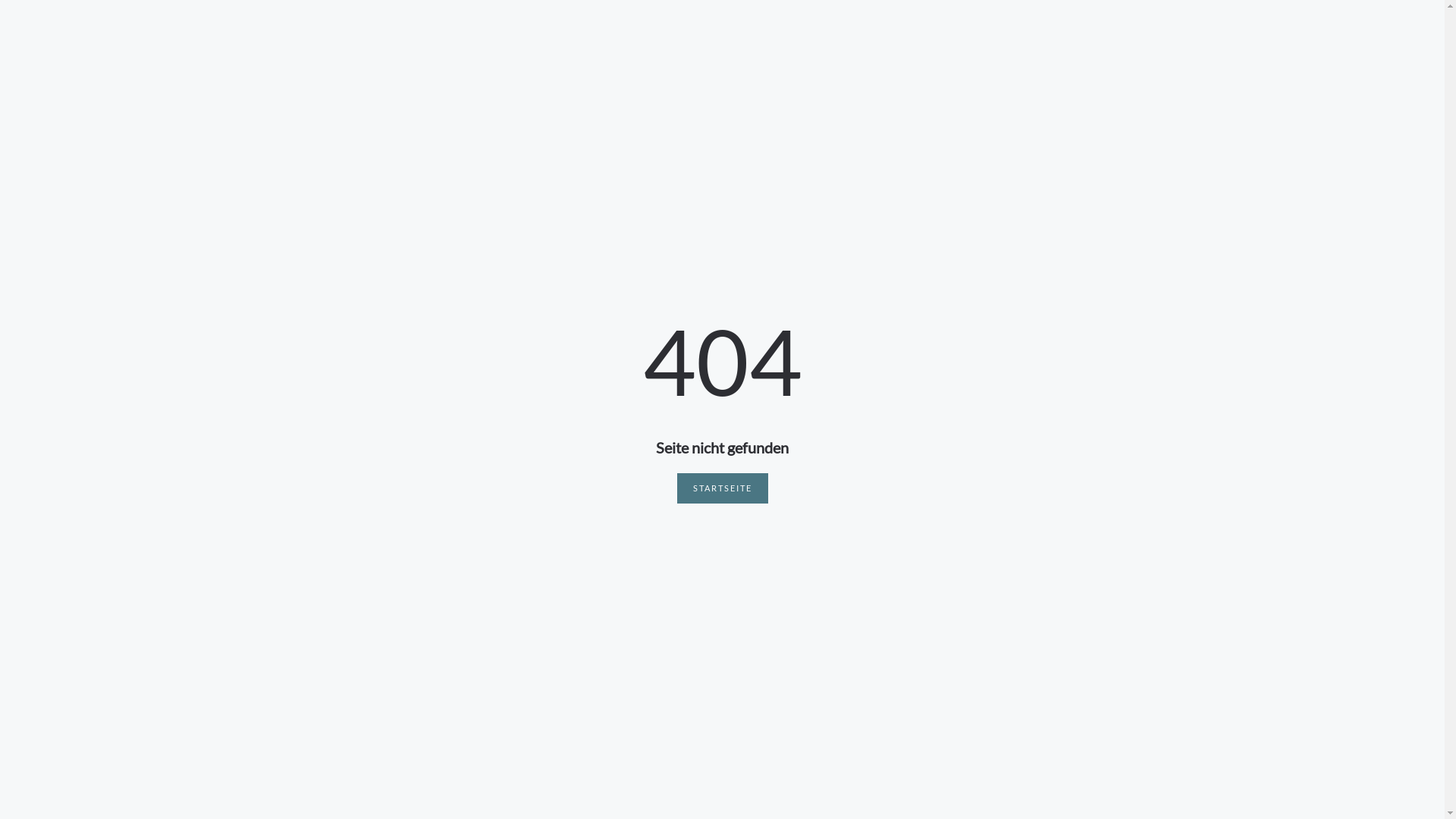 The width and height of the screenshot is (1456, 819). I want to click on 'STARTSEITE', so click(720, 488).